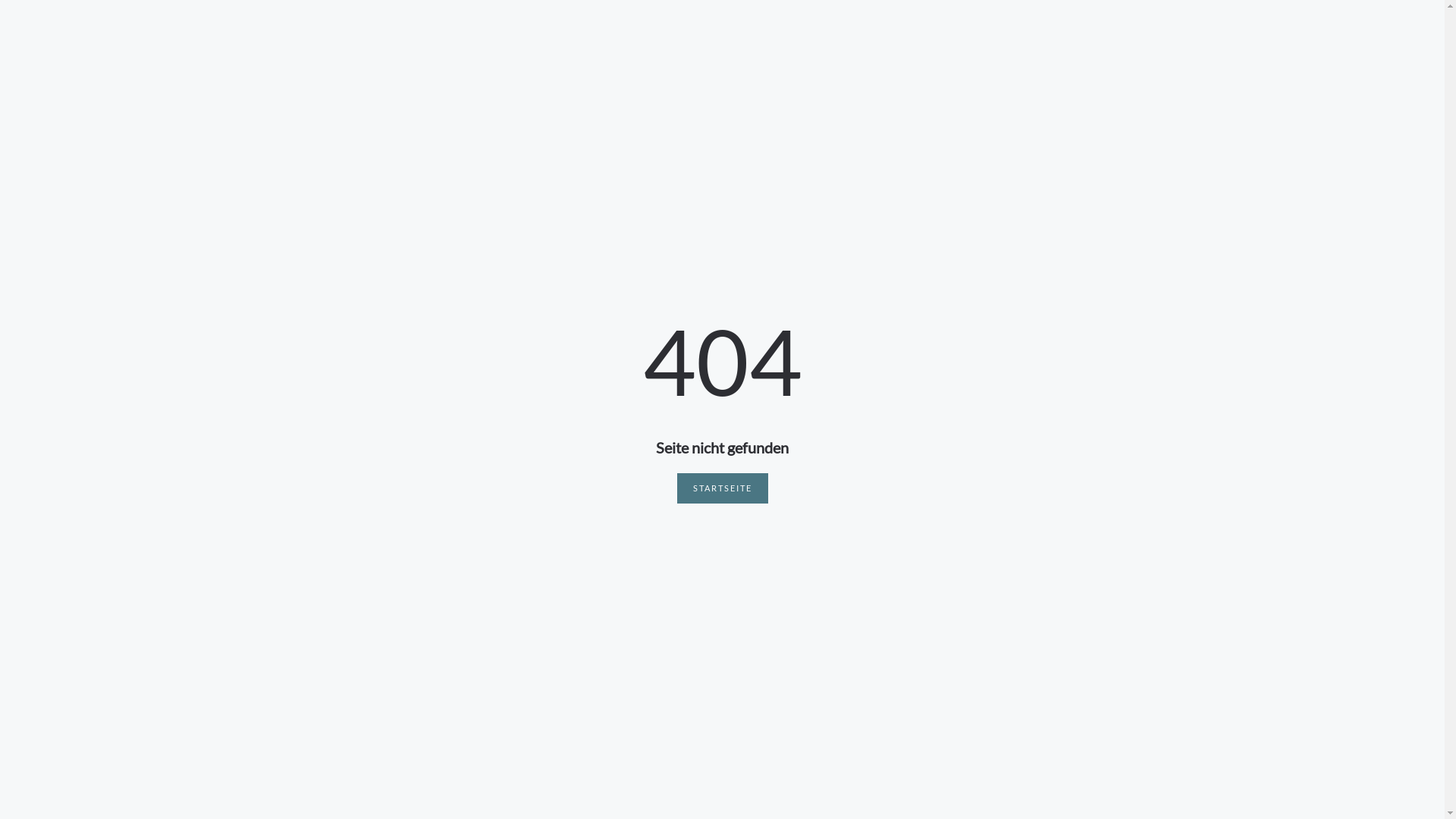 The width and height of the screenshot is (1456, 819). I want to click on 'STARTSEITE', so click(720, 488).